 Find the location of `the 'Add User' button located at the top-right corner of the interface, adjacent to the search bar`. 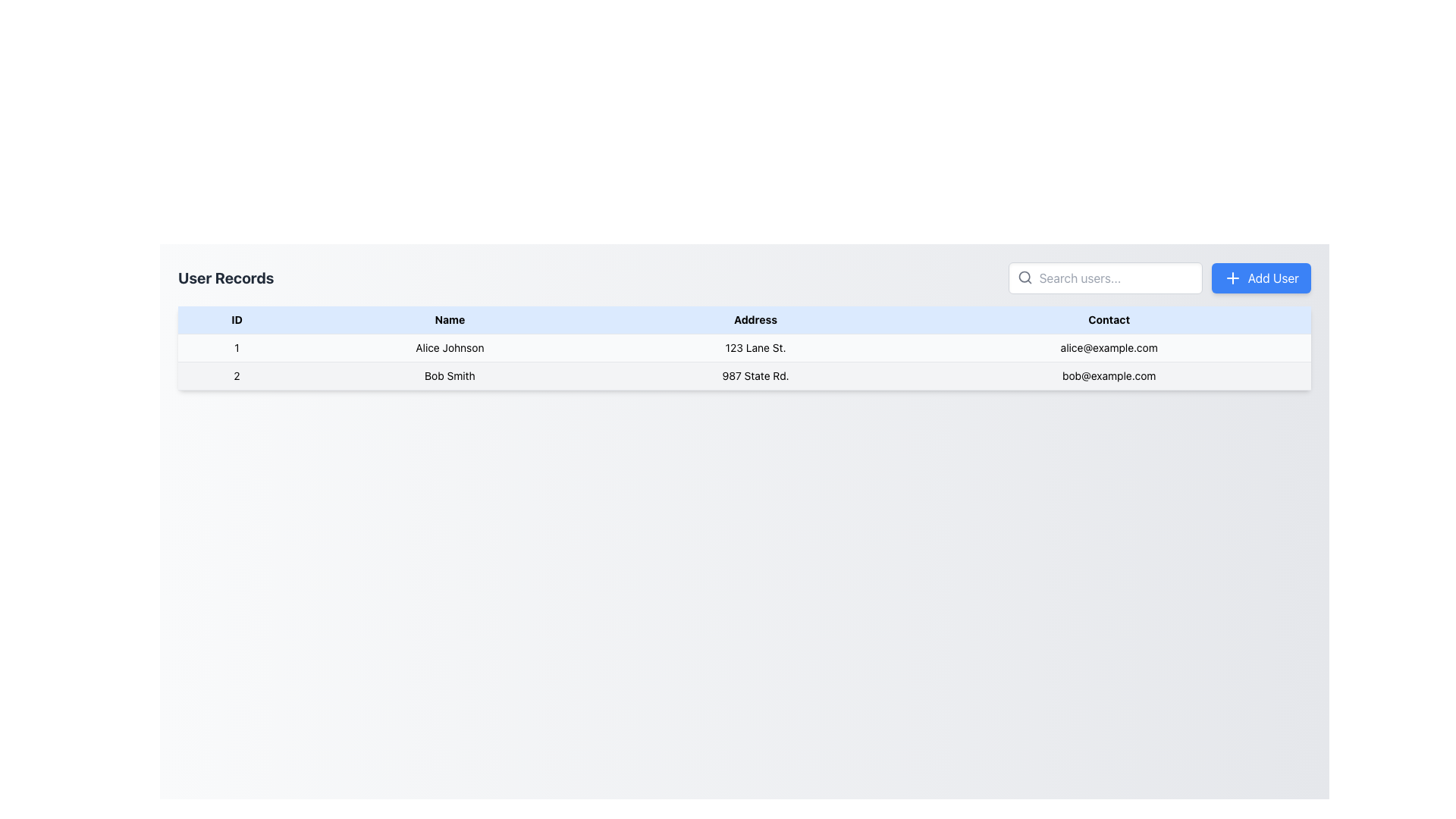

the 'Add User' button located at the top-right corner of the interface, adjacent to the search bar is located at coordinates (1261, 278).